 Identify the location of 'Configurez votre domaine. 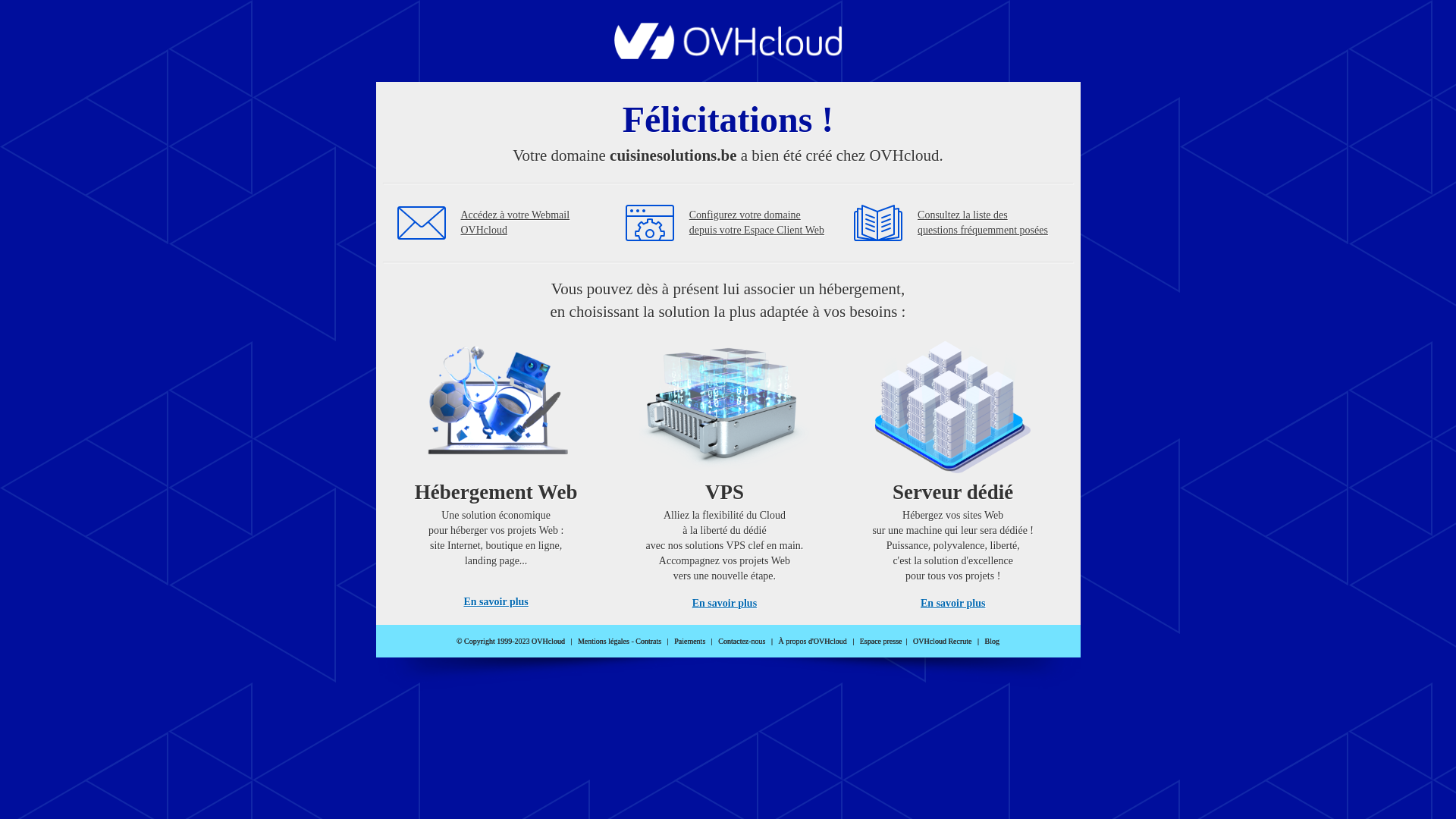
(757, 222).